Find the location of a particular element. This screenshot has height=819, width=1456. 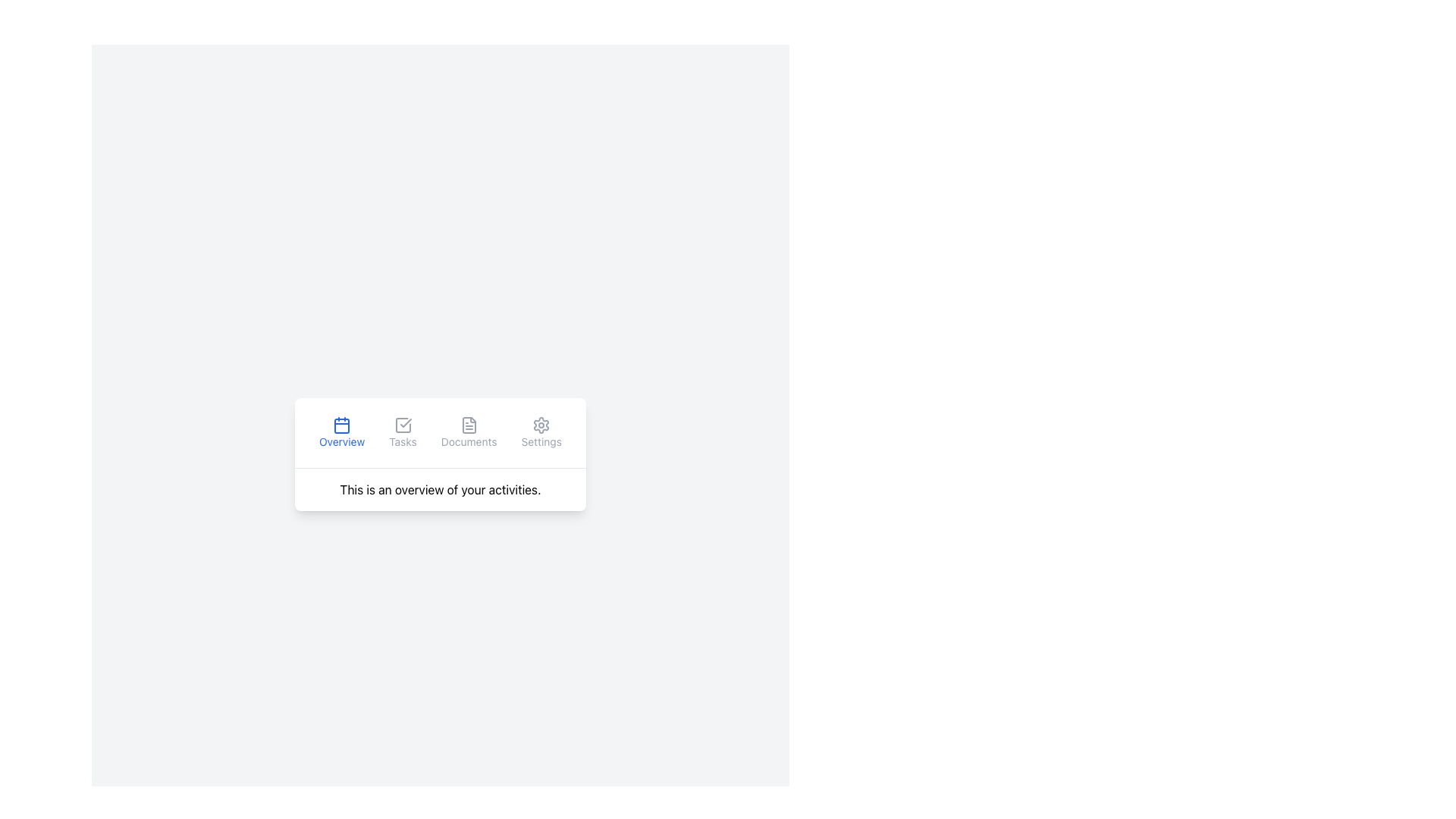

the settings button located in the bottom-right corner of the set of four option icons, which includes an icon and a label is located at coordinates (541, 432).